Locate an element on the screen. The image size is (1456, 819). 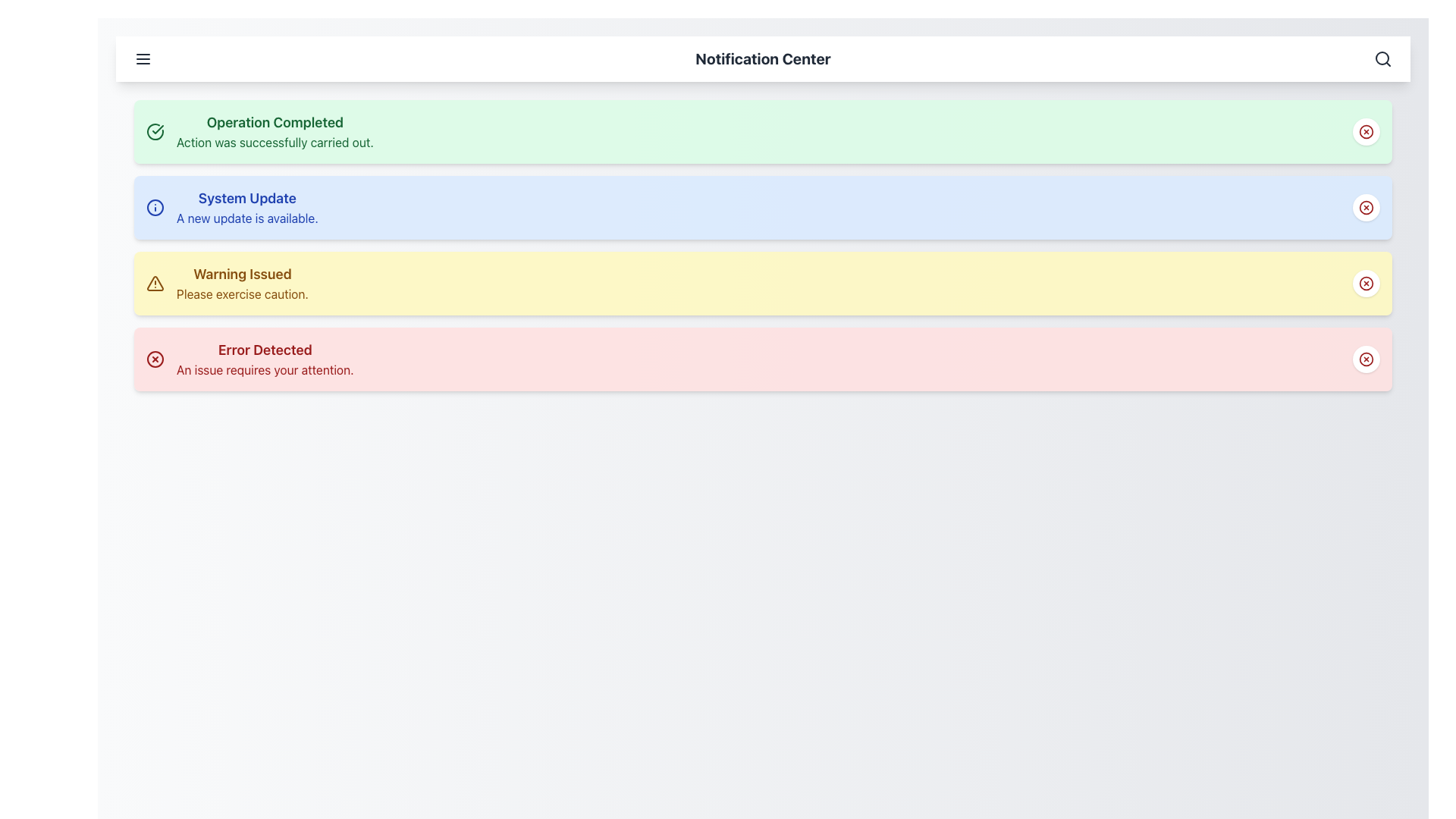
the check mark icon within the green success notification box, which is located to the left of the text 'Operation Completed' is located at coordinates (155, 130).